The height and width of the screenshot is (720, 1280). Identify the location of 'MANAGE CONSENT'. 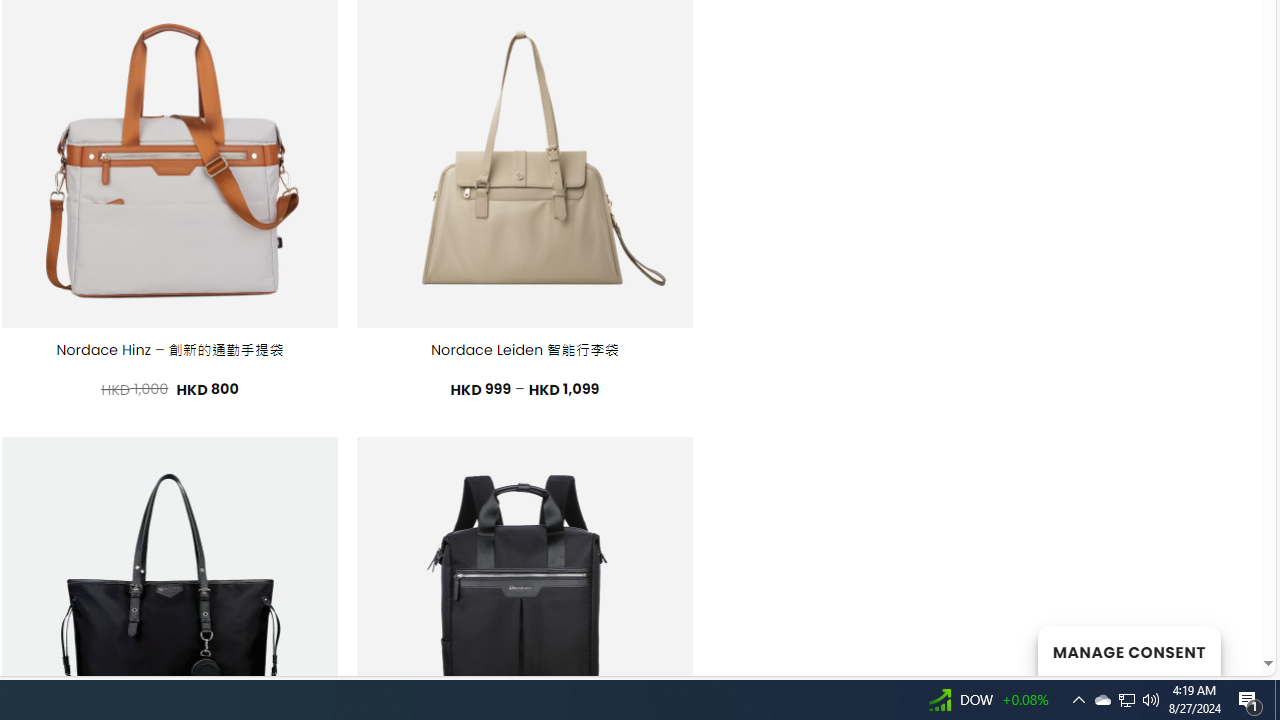
(1128, 650).